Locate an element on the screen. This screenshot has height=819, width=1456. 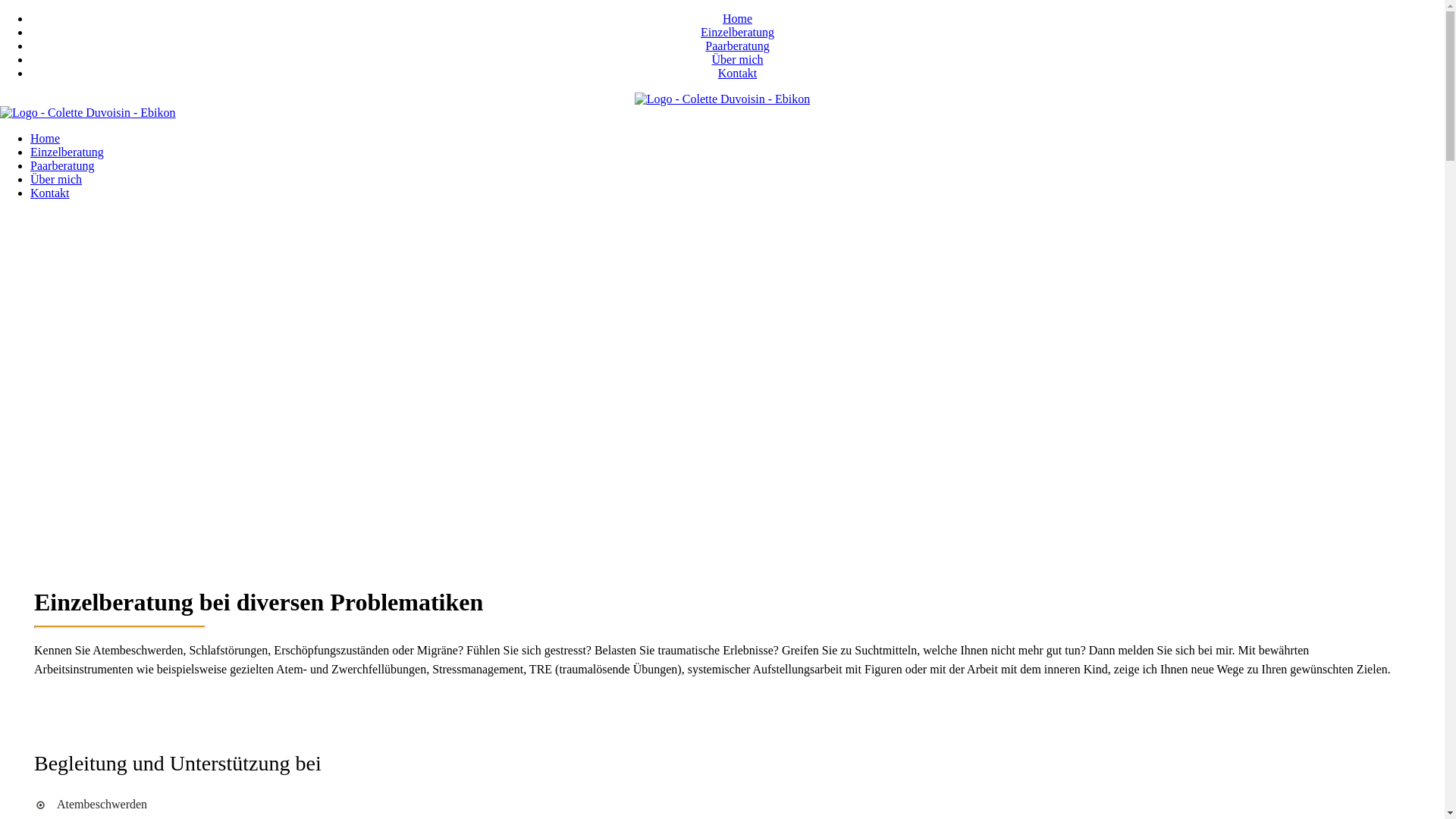
'Einzelberatung' is located at coordinates (30, 152).